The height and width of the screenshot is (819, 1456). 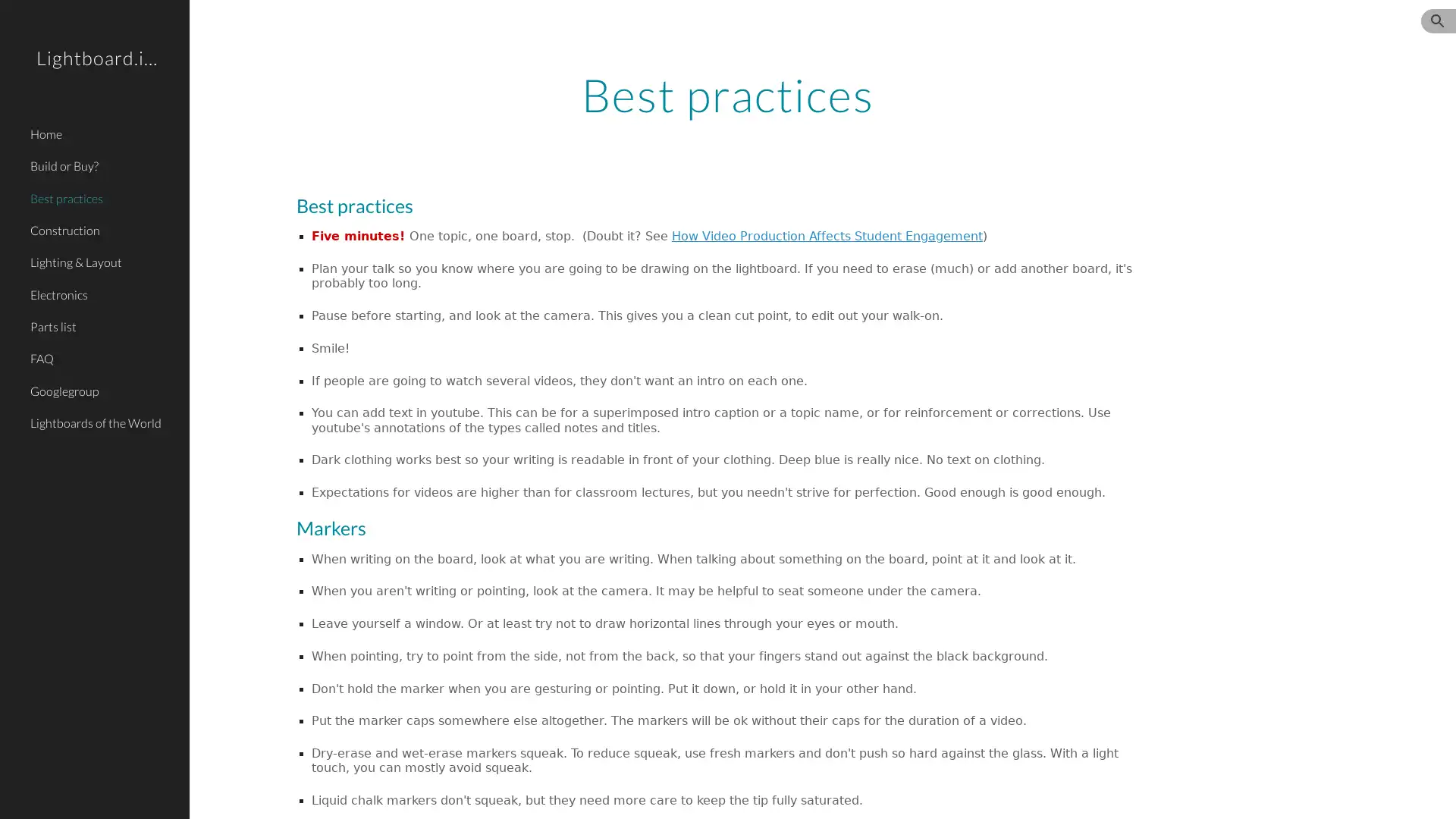 What do you see at coordinates (372, 792) in the screenshot?
I see `Report abuse` at bounding box center [372, 792].